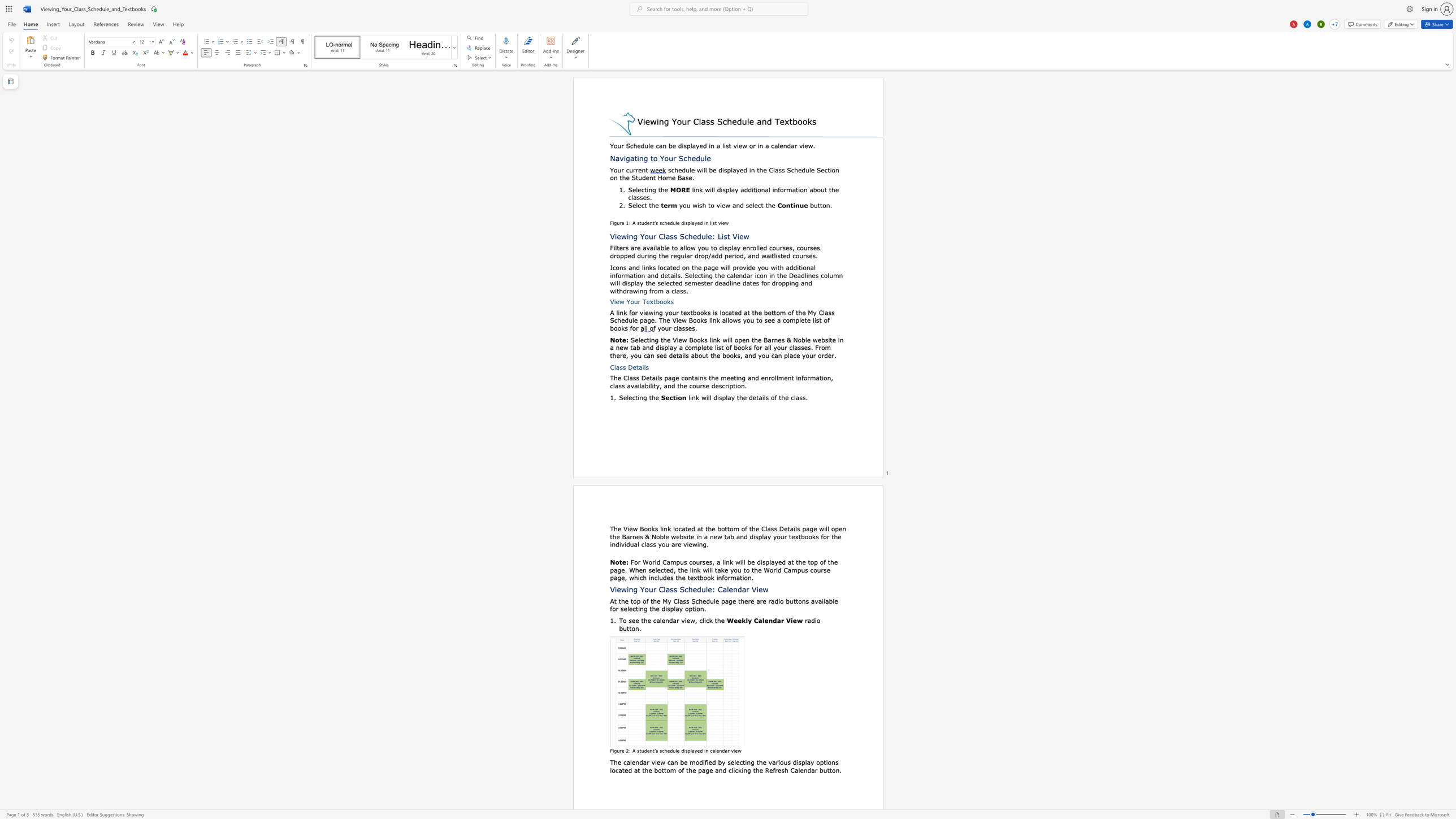  What do you see at coordinates (630, 377) in the screenshot?
I see `the space between the continuous character "l" and "a" in the text` at bounding box center [630, 377].